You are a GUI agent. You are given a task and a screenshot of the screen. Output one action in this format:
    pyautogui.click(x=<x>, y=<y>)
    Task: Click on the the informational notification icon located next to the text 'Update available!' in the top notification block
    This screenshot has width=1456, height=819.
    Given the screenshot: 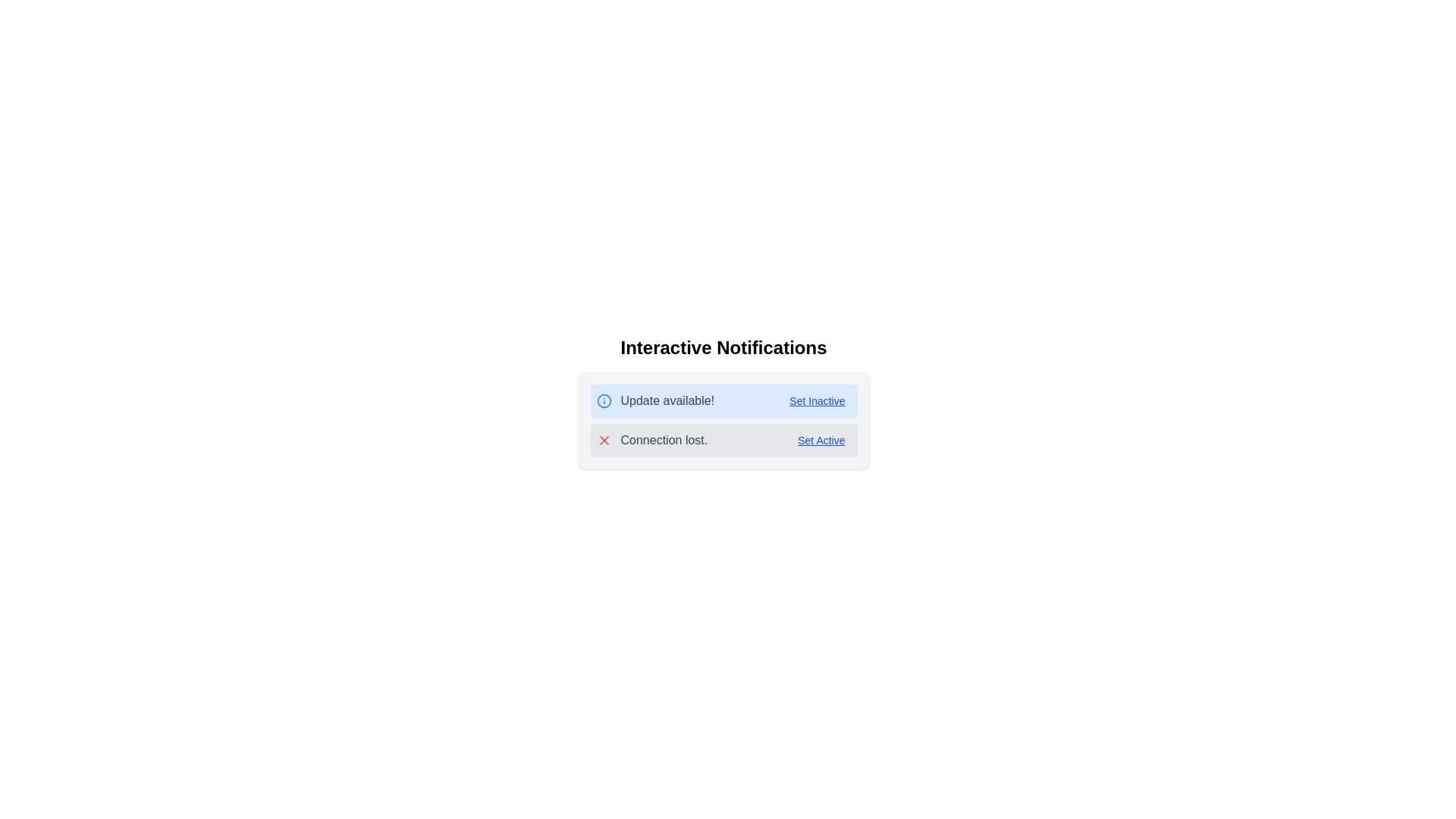 What is the action you would take?
    pyautogui.click(x=603, y=400)
    